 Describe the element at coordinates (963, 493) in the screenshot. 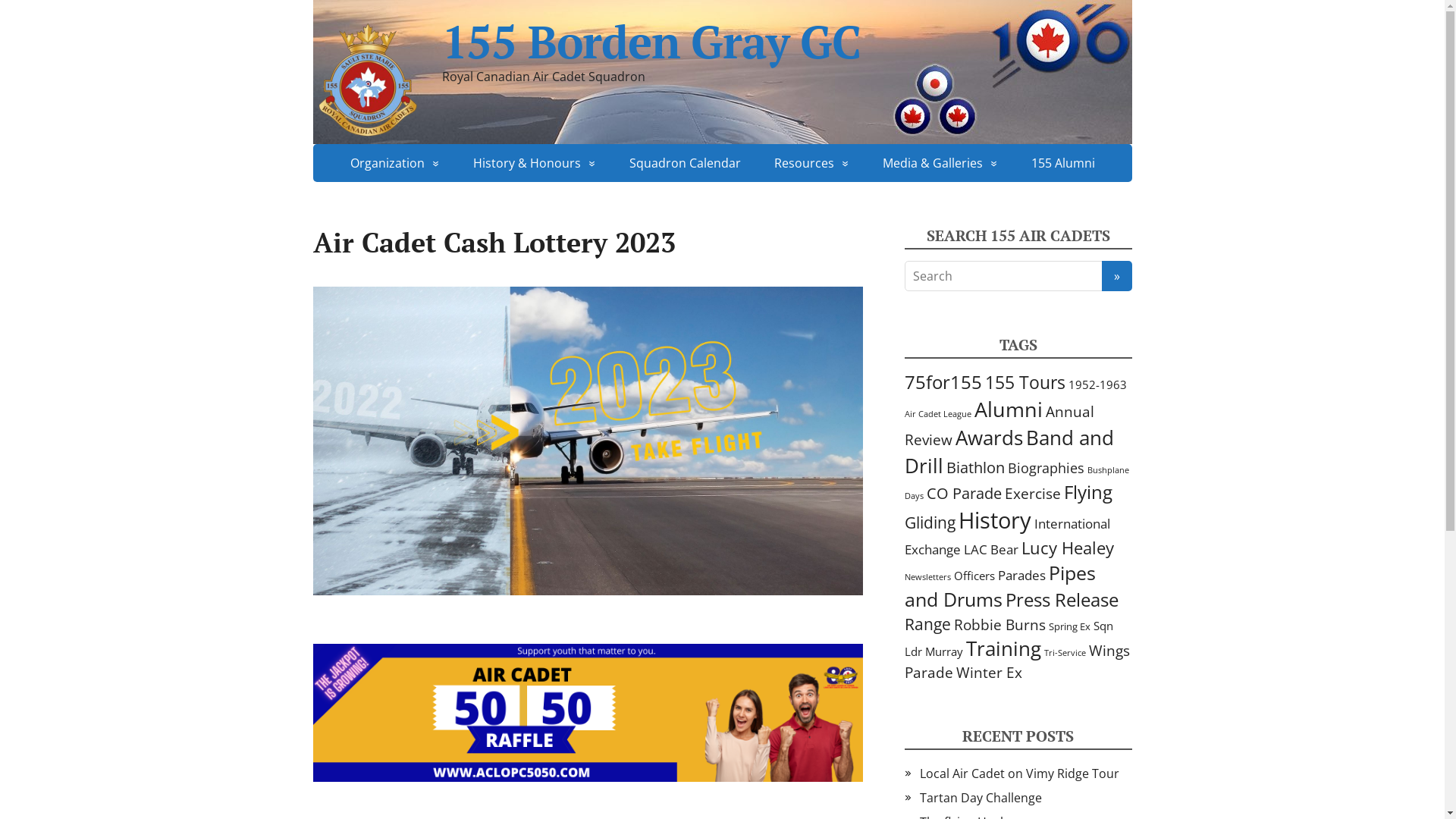

I see `'CO Parade'` at that location.